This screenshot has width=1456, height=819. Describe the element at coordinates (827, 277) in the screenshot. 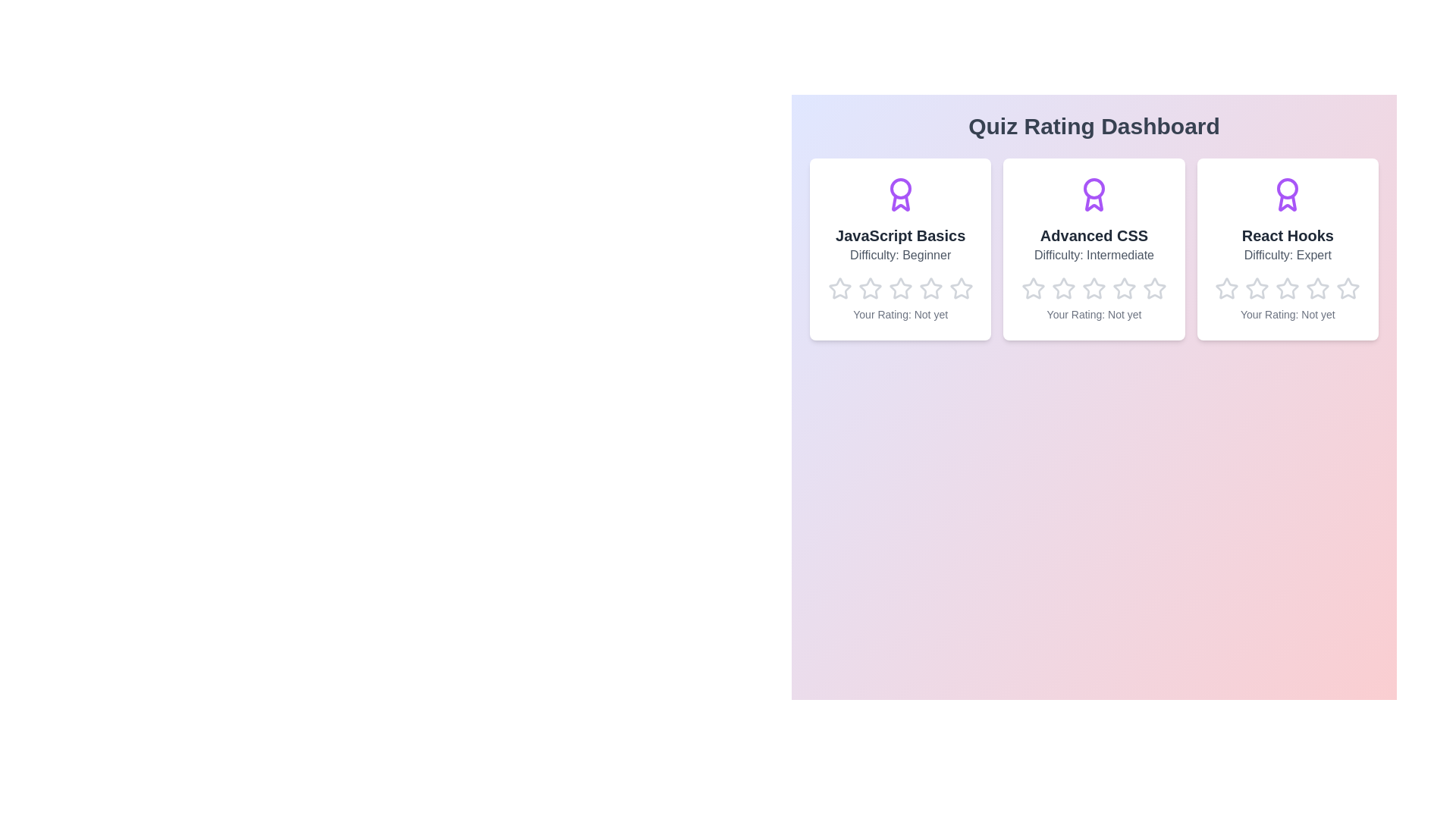

I see `the star corresponding to the rating 1 for the quiz JavaScript Basics` at that location.